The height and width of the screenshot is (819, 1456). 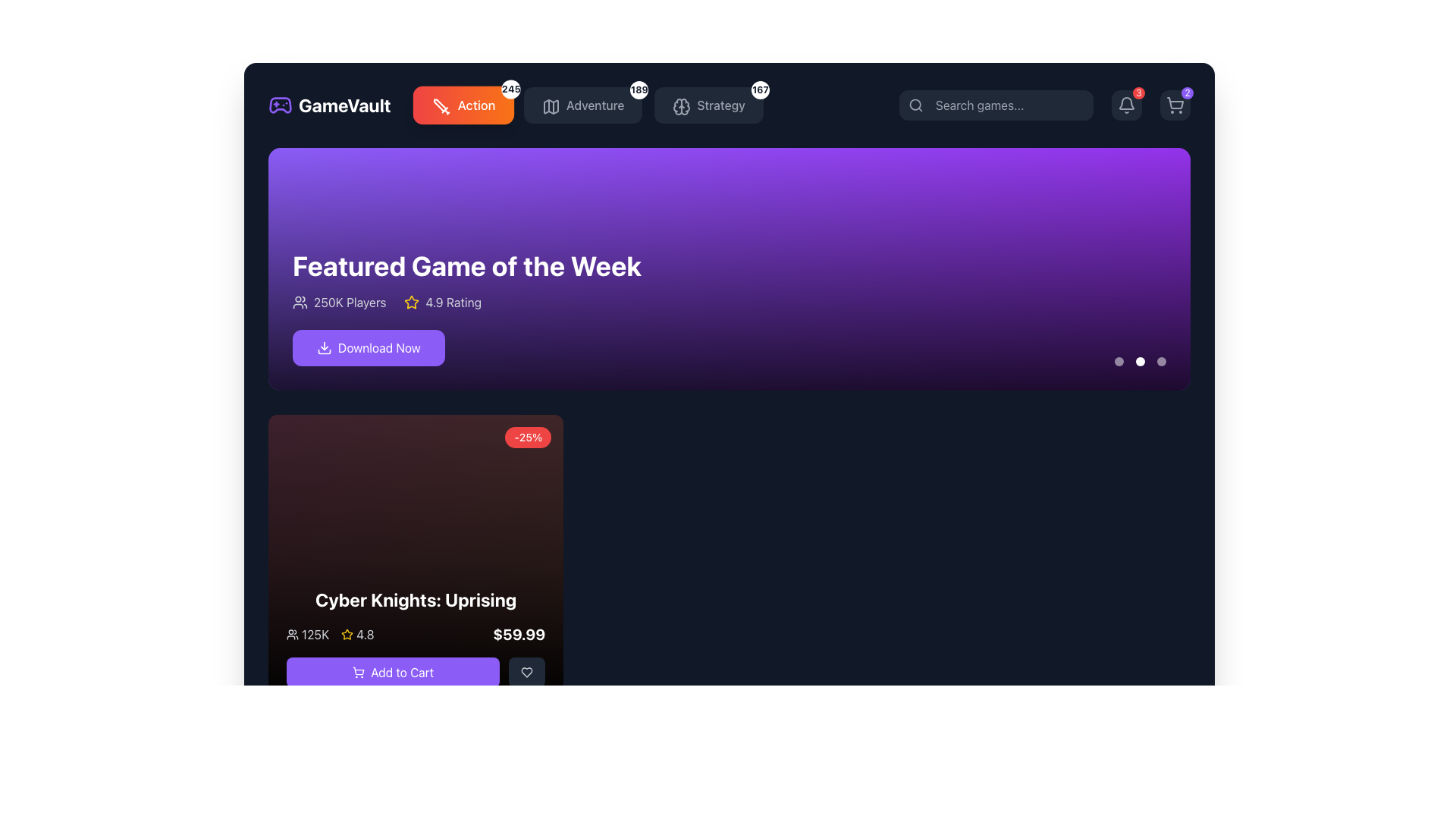 I want to click on the design of the small sword-shaped icon displayed in a minimalist line art style, located inside the Action category button near the top navigation bar, so click(x=441, y=106).